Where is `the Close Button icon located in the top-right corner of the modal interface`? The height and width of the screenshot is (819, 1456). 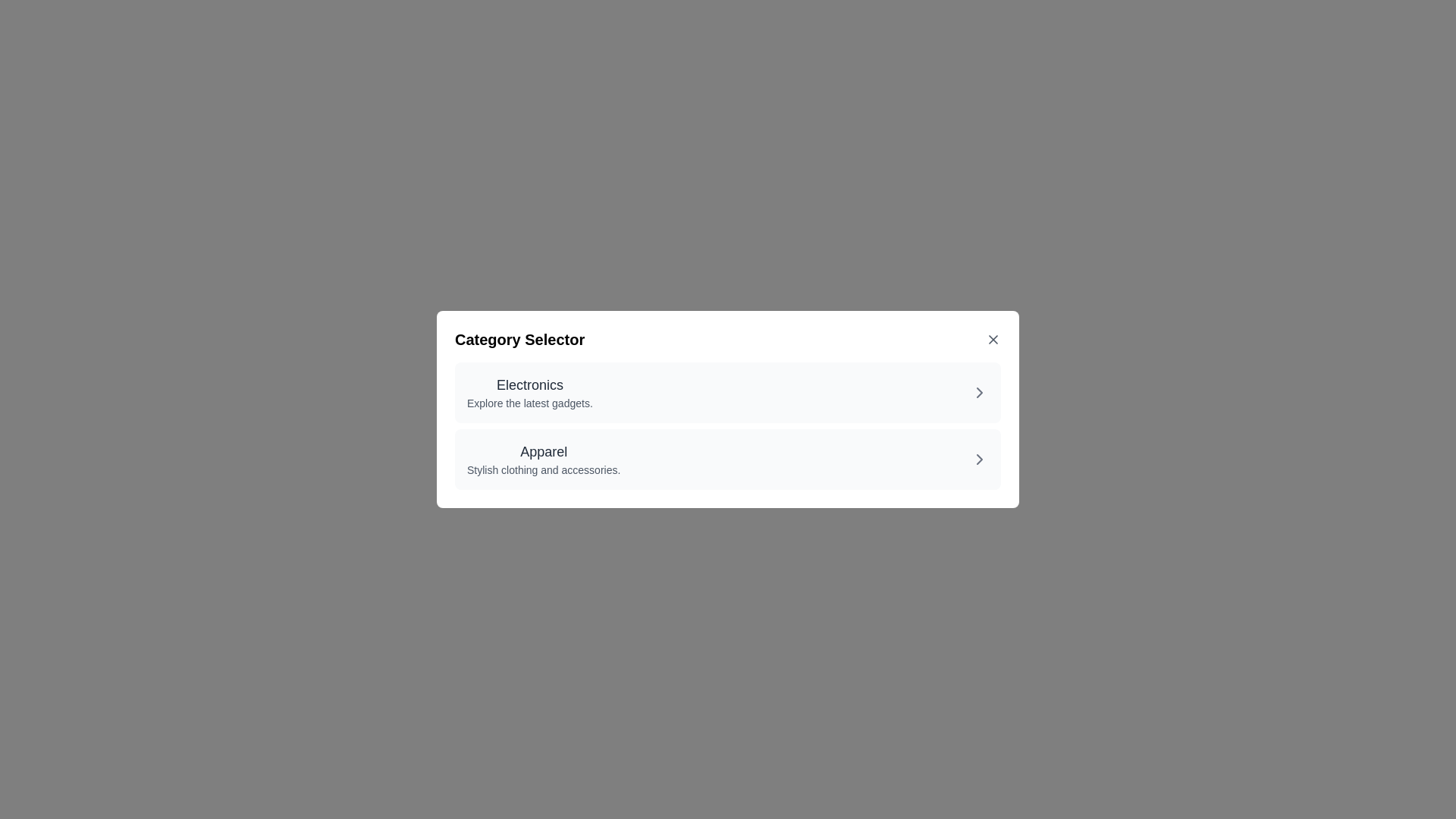
the Close Button icon located in the top-right corner of the modal interface is located at coordinates (993, 338).